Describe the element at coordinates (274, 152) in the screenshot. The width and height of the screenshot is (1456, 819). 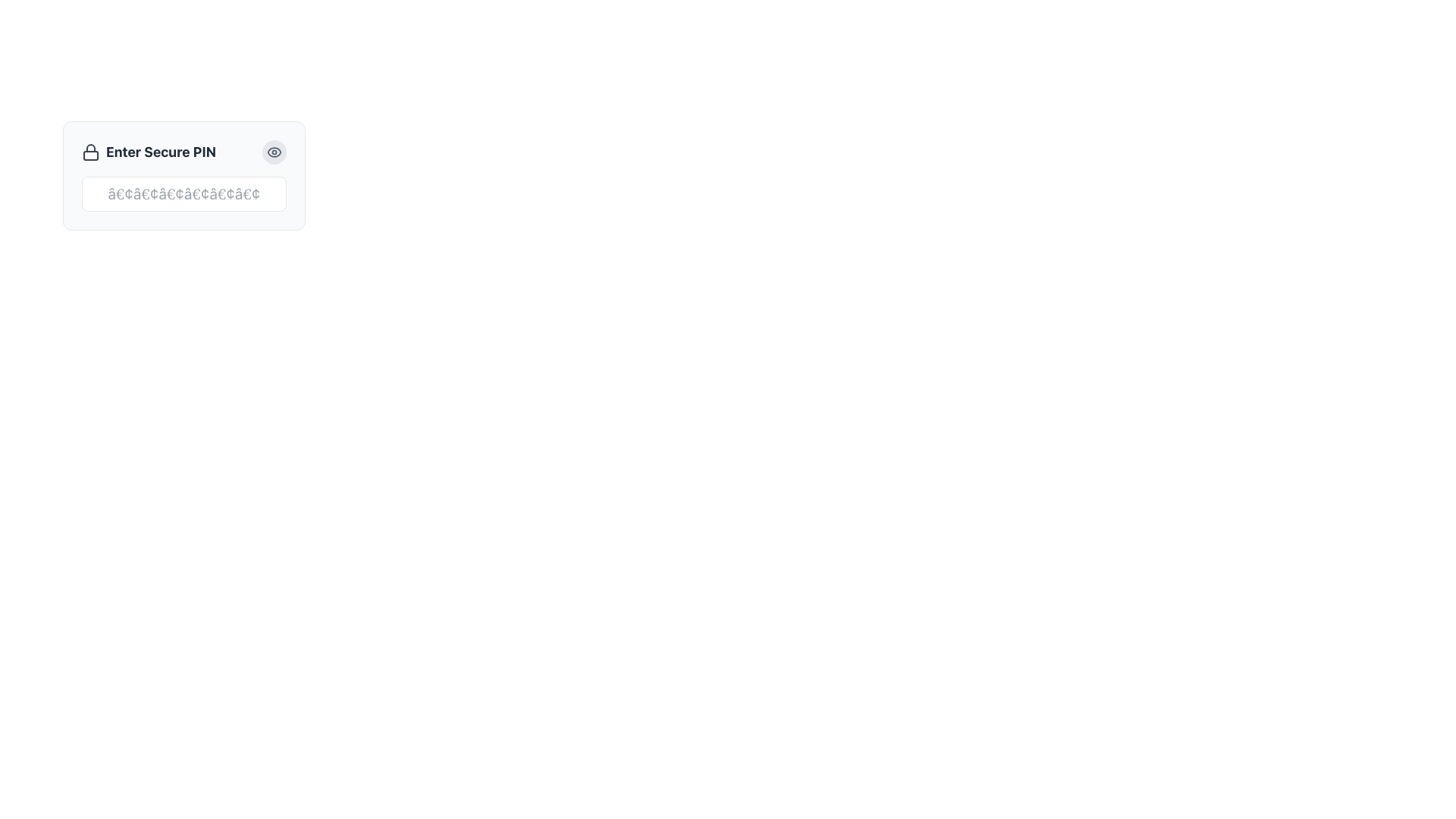
I see `the circular light gray button with a dark gray eye icon` at that location.